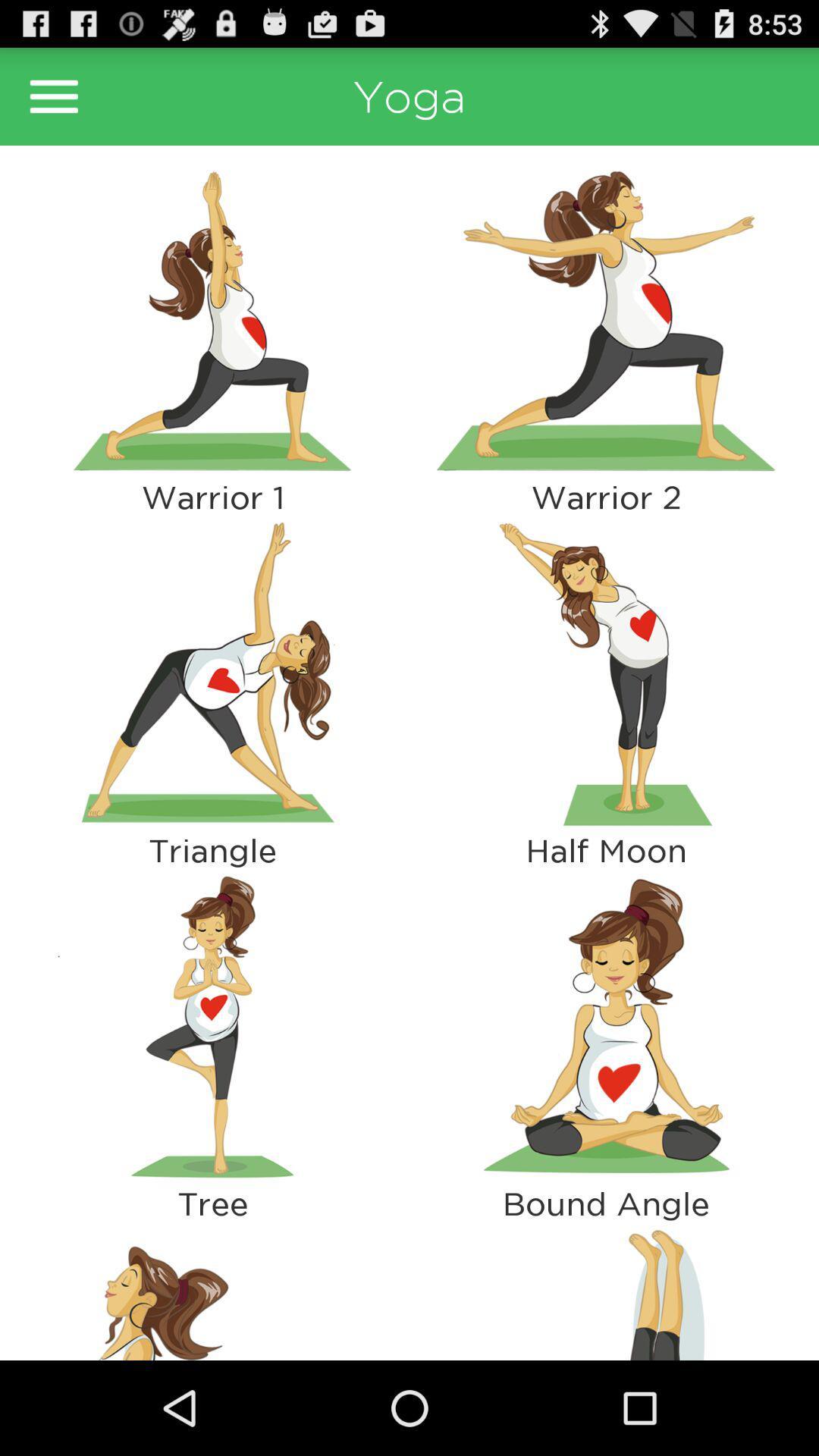  I want to click on app to the left of warrior 2, so click(212, 673).